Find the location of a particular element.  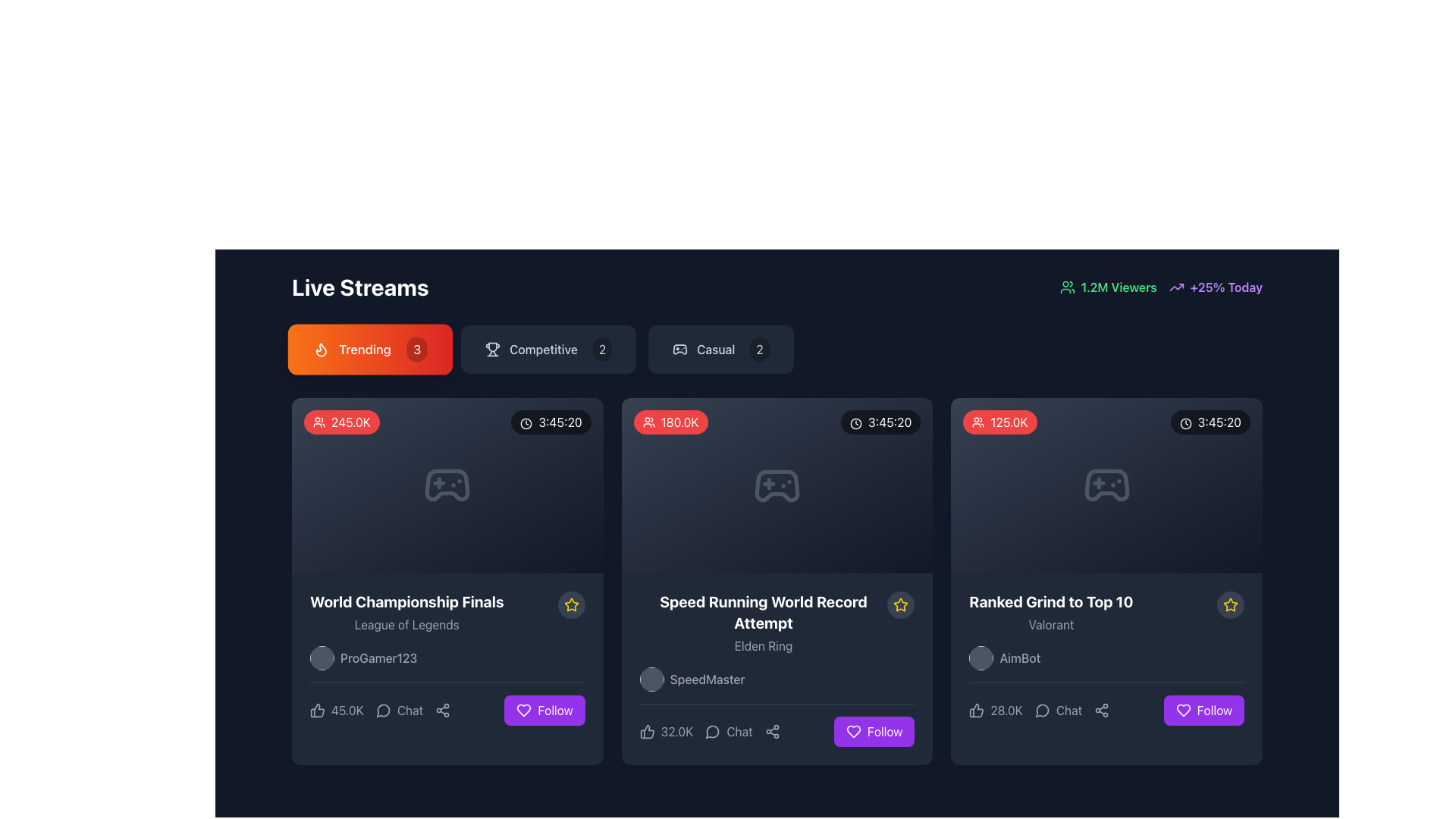

the star icon with a yellow border indicating a highlighted state in the card titled 'Speed Running World Record Attempt' is located at coordinates (570, 604).